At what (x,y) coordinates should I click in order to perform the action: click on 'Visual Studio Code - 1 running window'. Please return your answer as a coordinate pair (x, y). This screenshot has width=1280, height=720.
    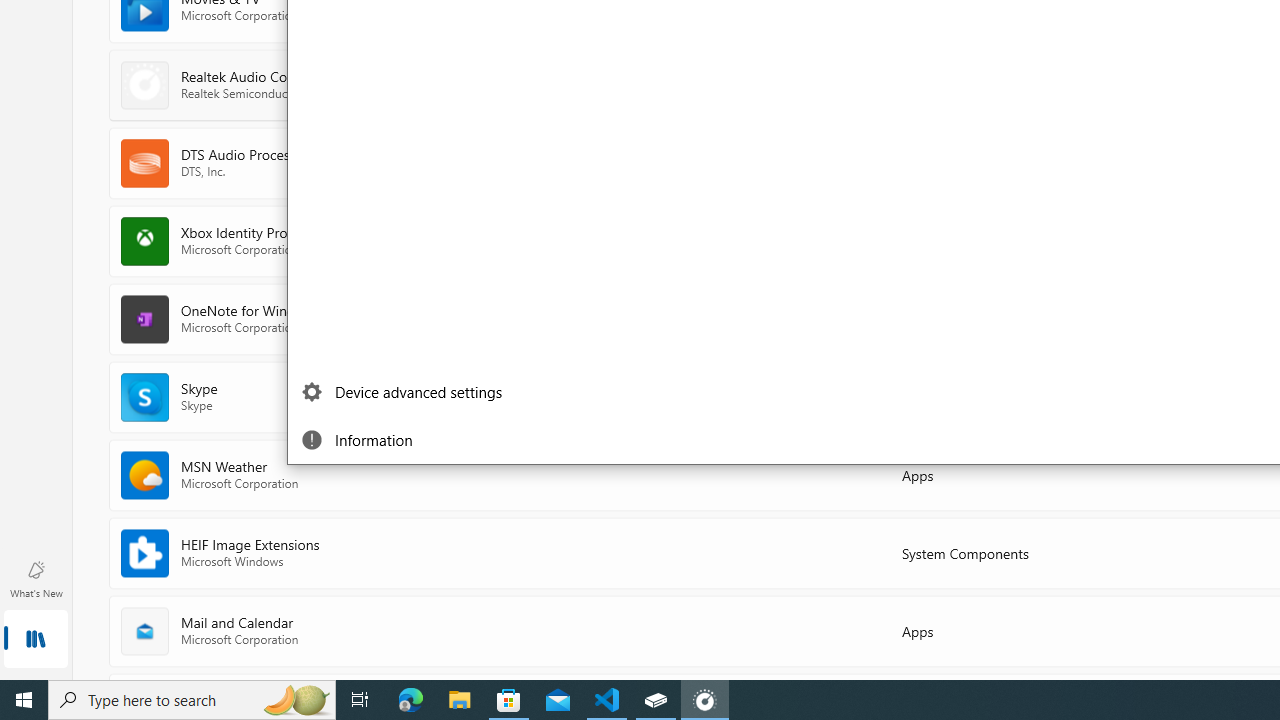
    Looking at the image, I should click on (606, 698).